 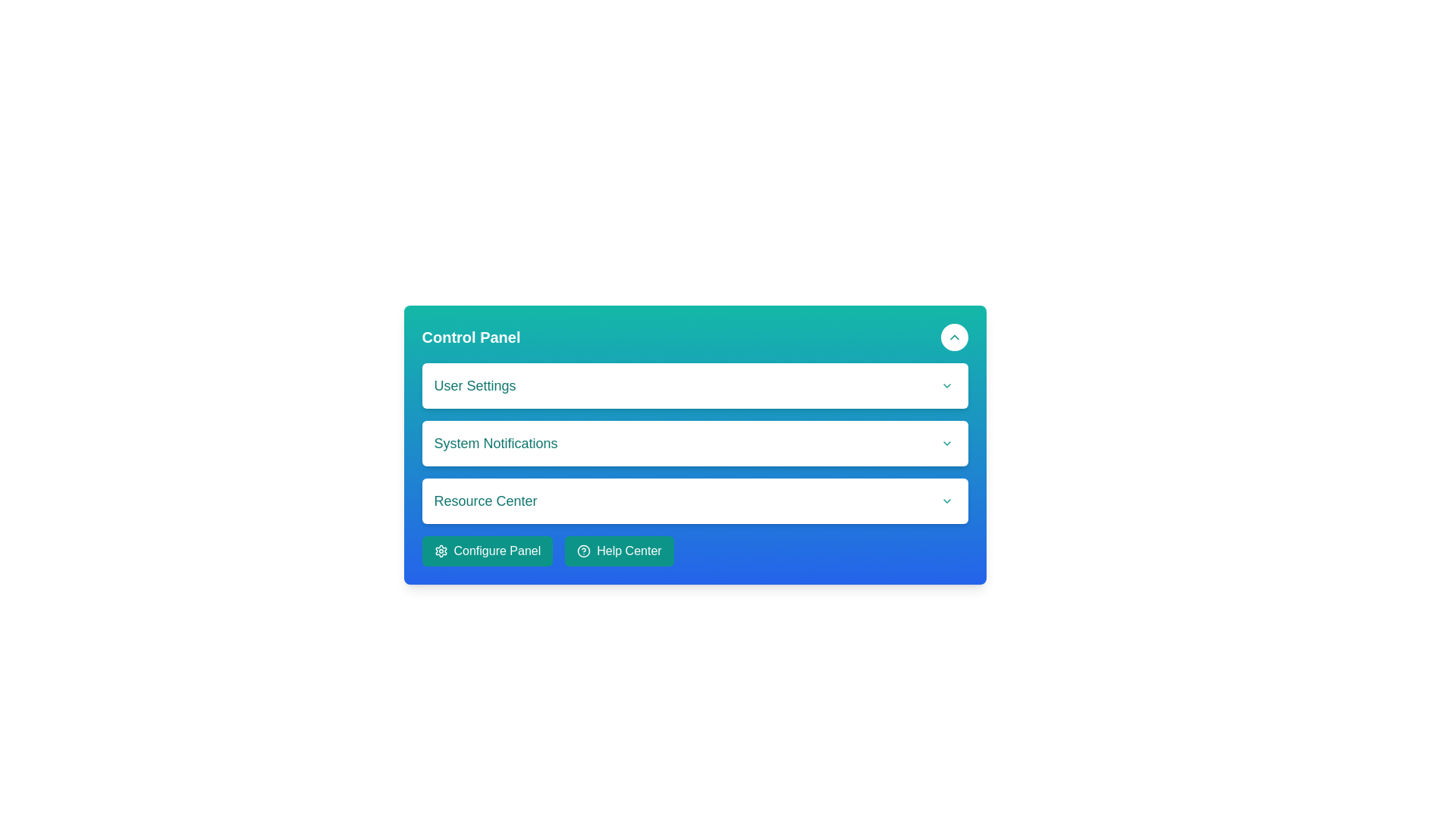 I want to click on the teal upward-pointing chevron icon located in the top-right corner of the panel, adjacent to the text header, so click(x=953, y=336).